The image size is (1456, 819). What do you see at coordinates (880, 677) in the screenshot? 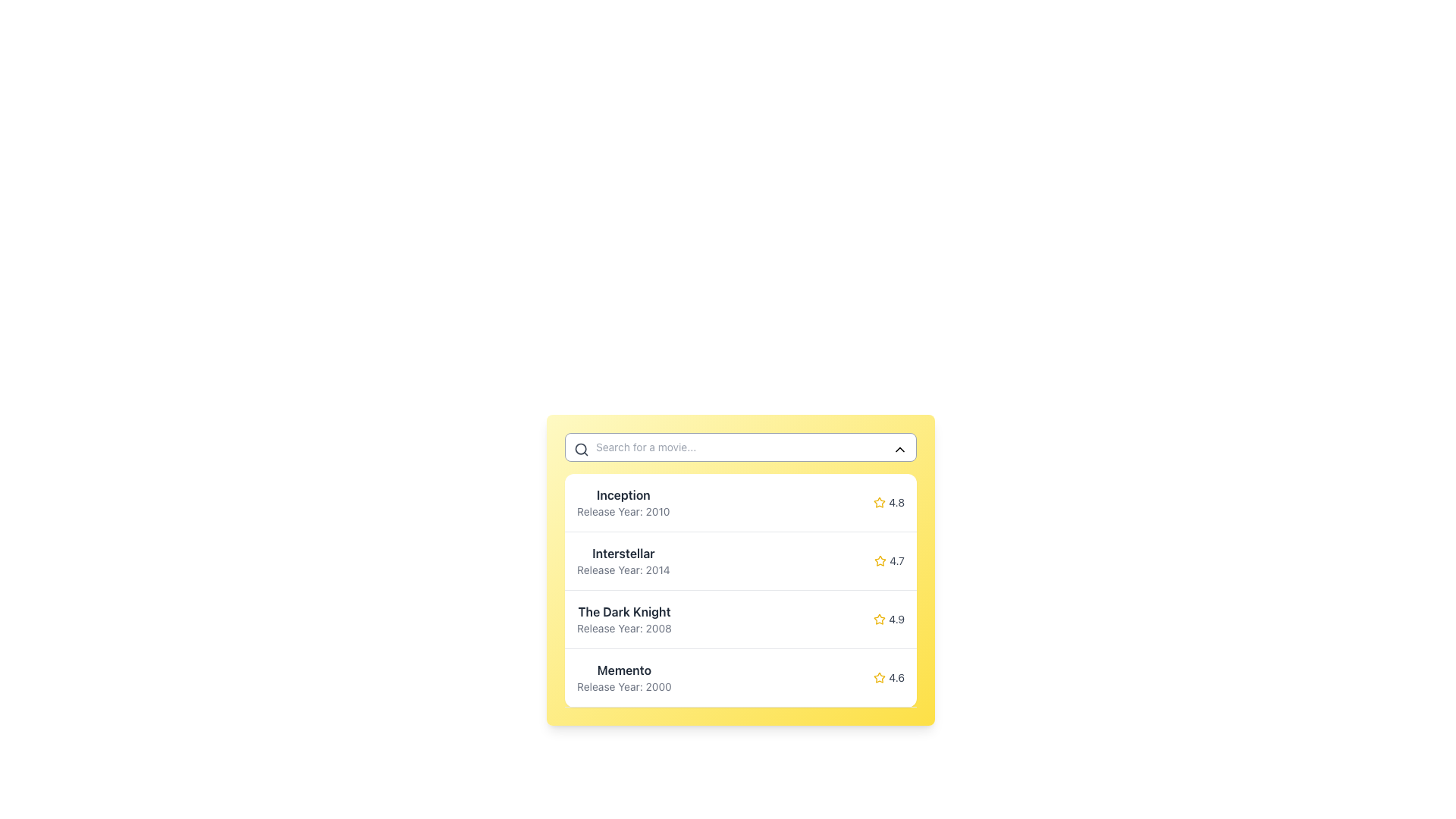
I see `the star icon representing a rating for the movie 'Memento', which is styled with a yellow border and indicates an active state due to its color` at bounding box center [880, 677].